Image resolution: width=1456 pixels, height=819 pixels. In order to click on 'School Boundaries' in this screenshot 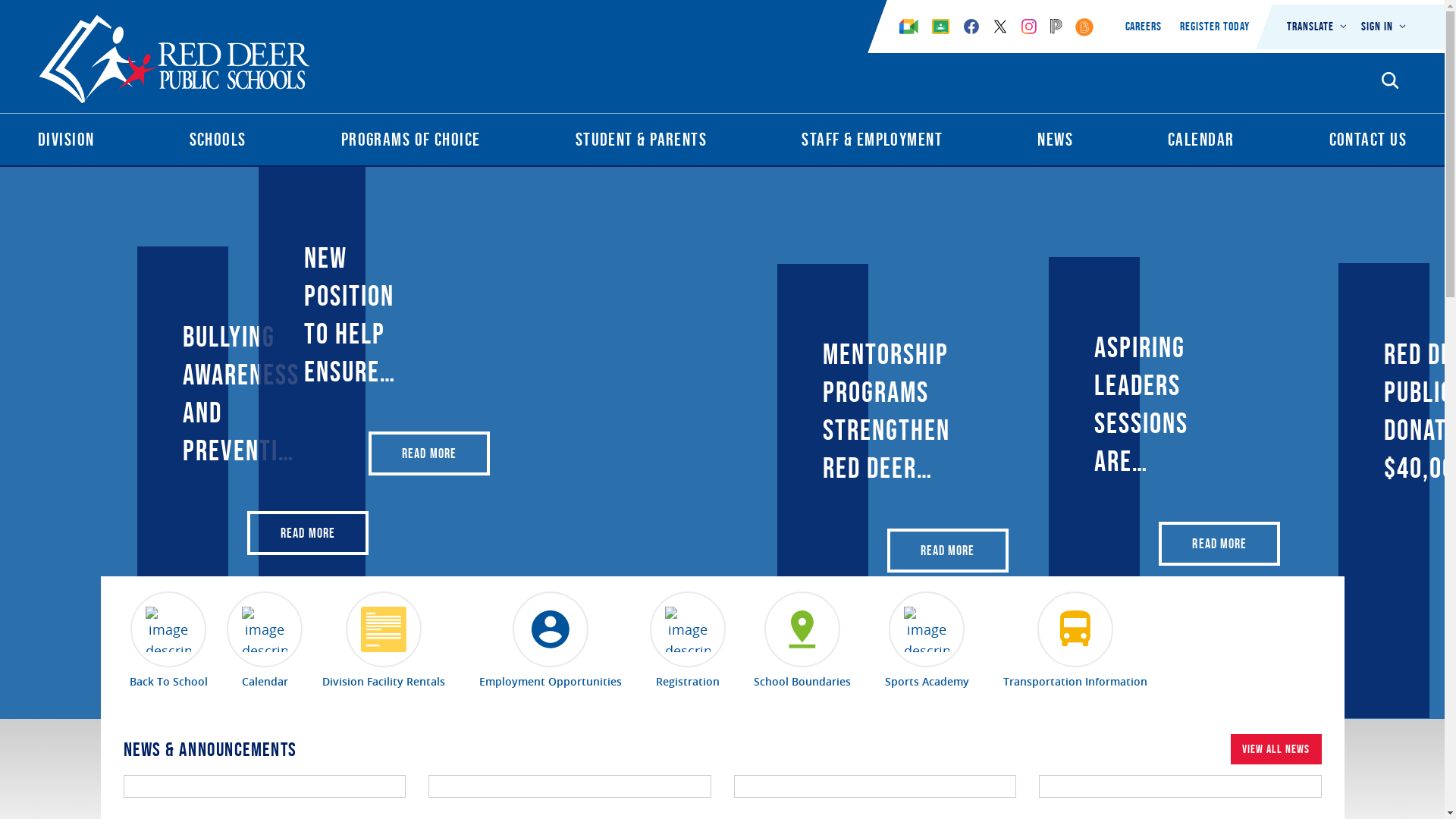, I will do `click(801, 640)`.